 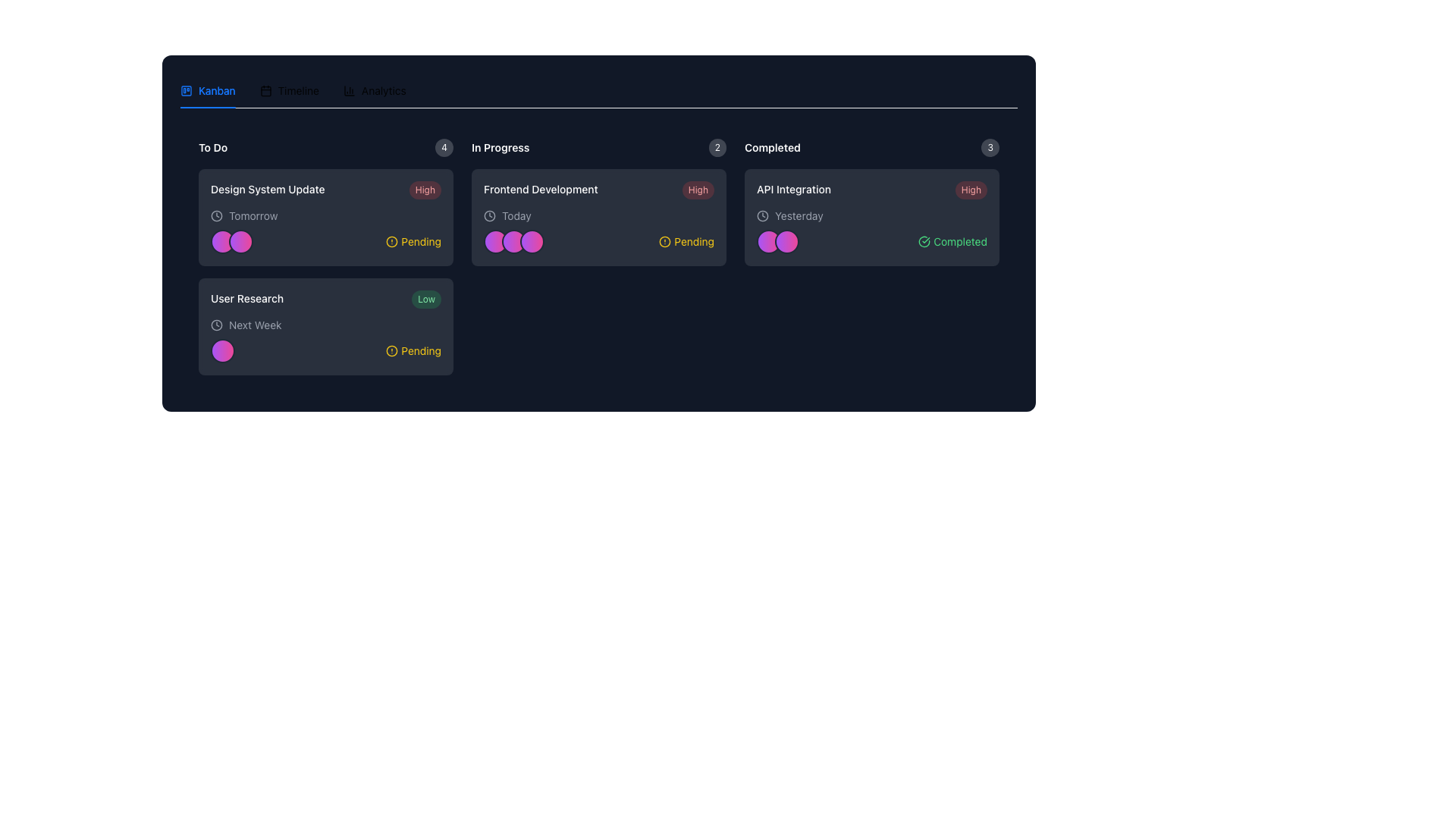 I want to click on the 'Kanban' tab, which is the first tab on the left with blue text and an icon, so click(x=207, y=90).